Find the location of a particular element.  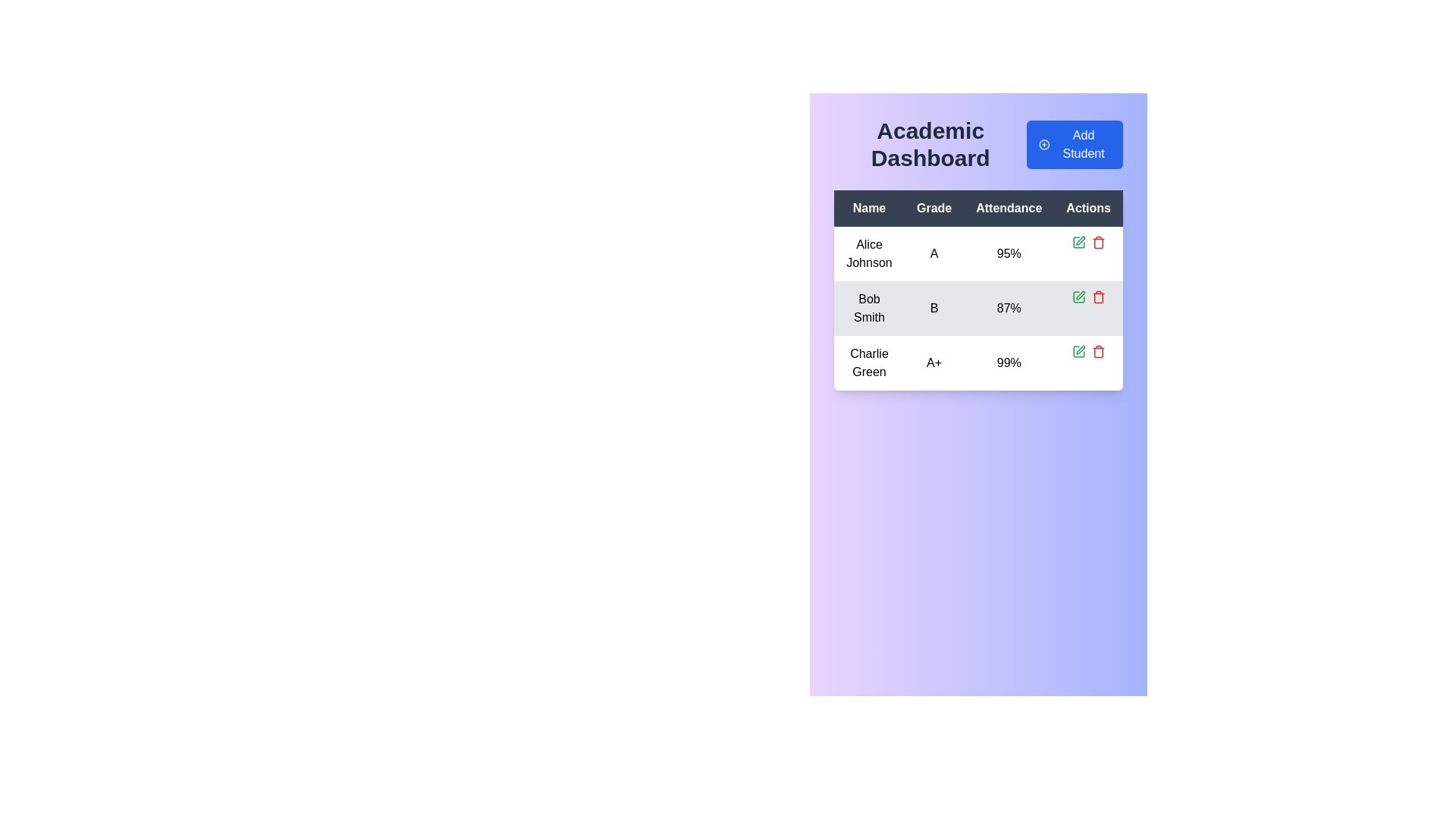

the label displaying the grade 'A+' for the student 'Charlie Green', located in the 'Grade' column, between the 'Name' and 'Attendance' columns is located at coordinates (934, 362).